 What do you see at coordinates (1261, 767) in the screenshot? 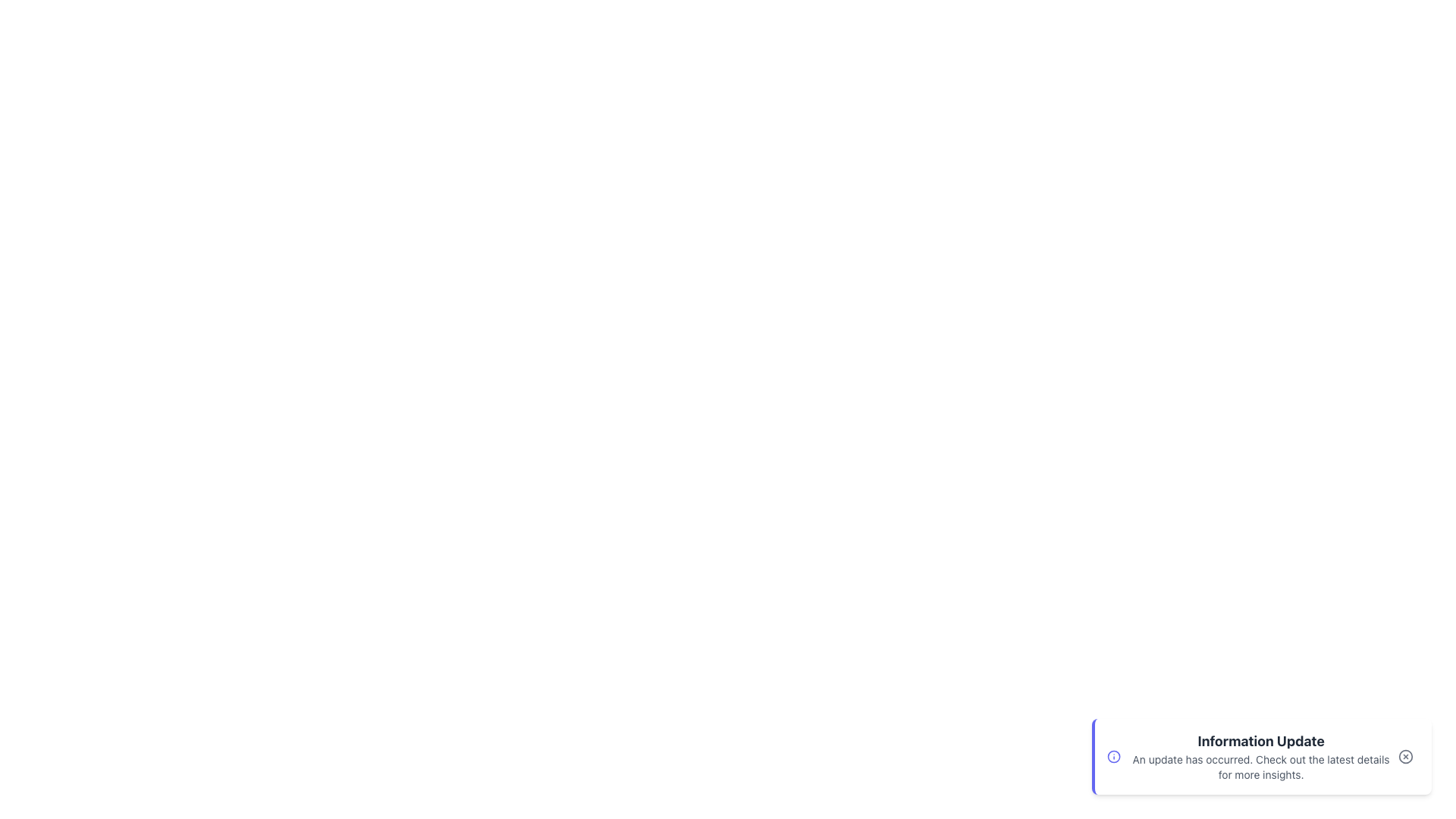
I see `text in the Text Block located at the bottom of the notification popup, directly below the heading 'Information Update'` at bounding box center [1261, 767].